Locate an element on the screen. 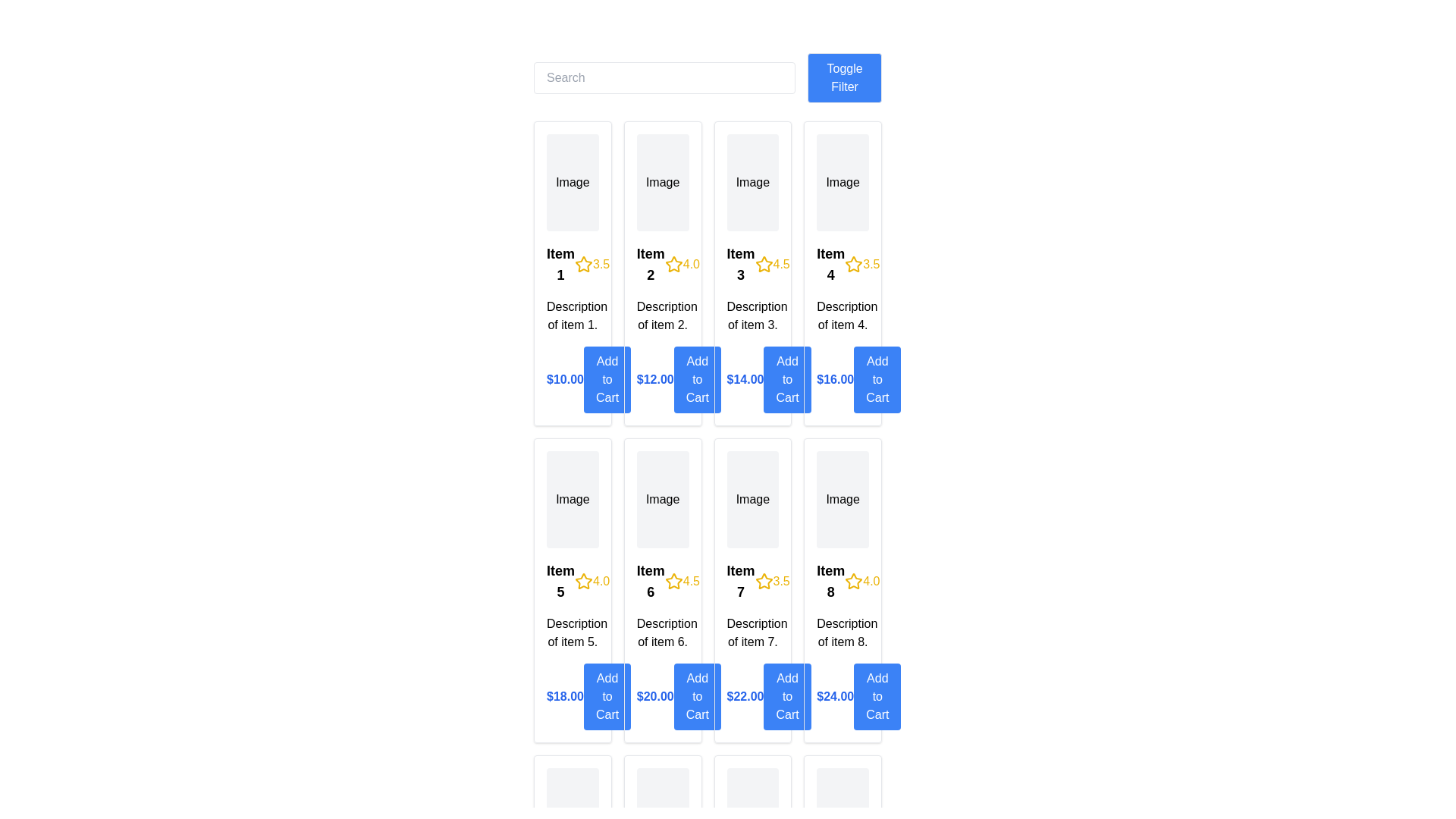 The height and width of the screenshot is (819, 1456). the text label displaying 'Description of item 5.' located within the item card for 'Item 5', positioned below the title and rating details is located at coordinates (572, 632).